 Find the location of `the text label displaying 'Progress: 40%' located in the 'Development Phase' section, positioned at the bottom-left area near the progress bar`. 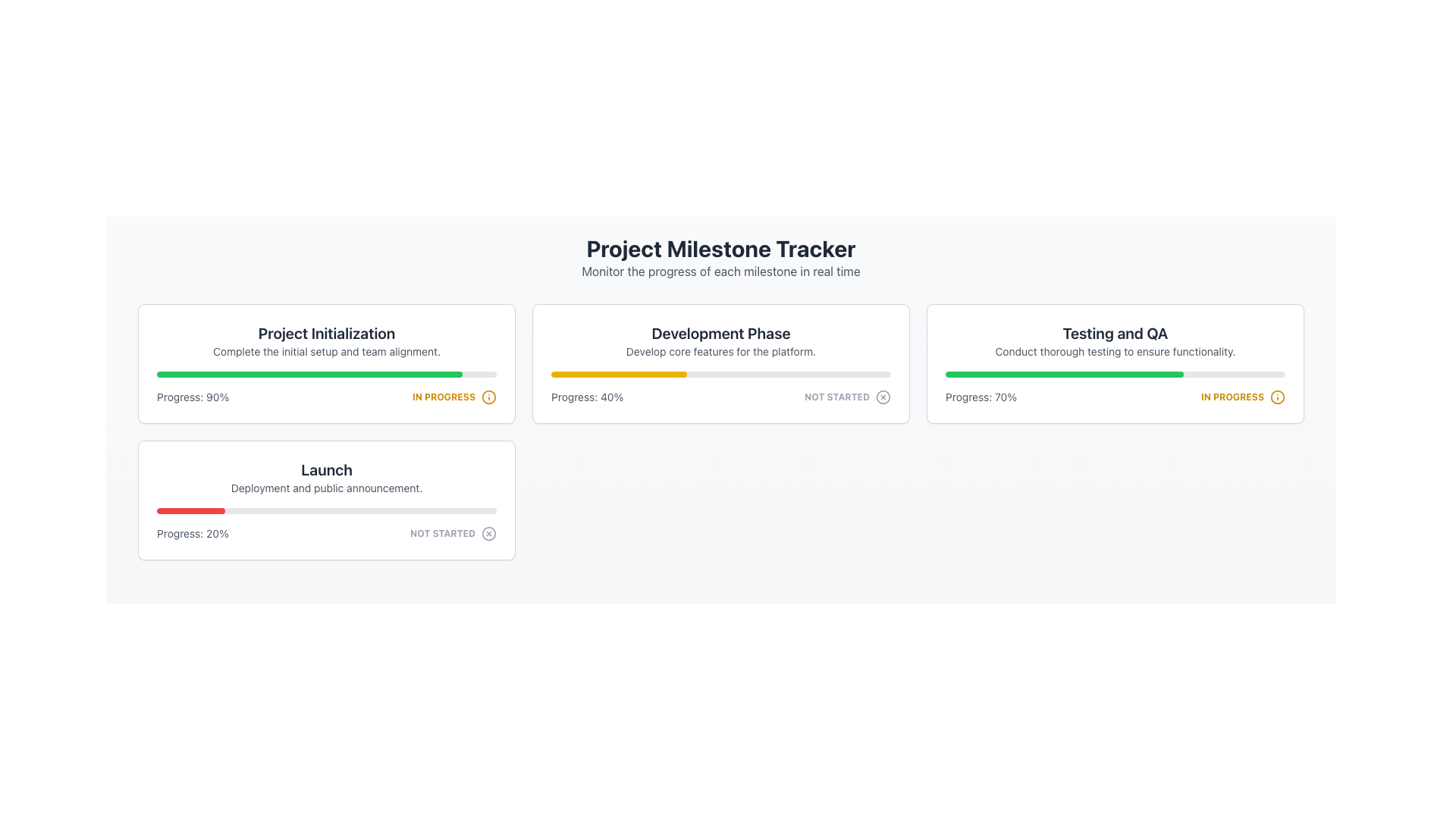

the text label displaying 'Progress: 40%' located in the 'Development Phase' section, positioned at the bottom-left area near the progress bar is located at coordinates (586, 397).